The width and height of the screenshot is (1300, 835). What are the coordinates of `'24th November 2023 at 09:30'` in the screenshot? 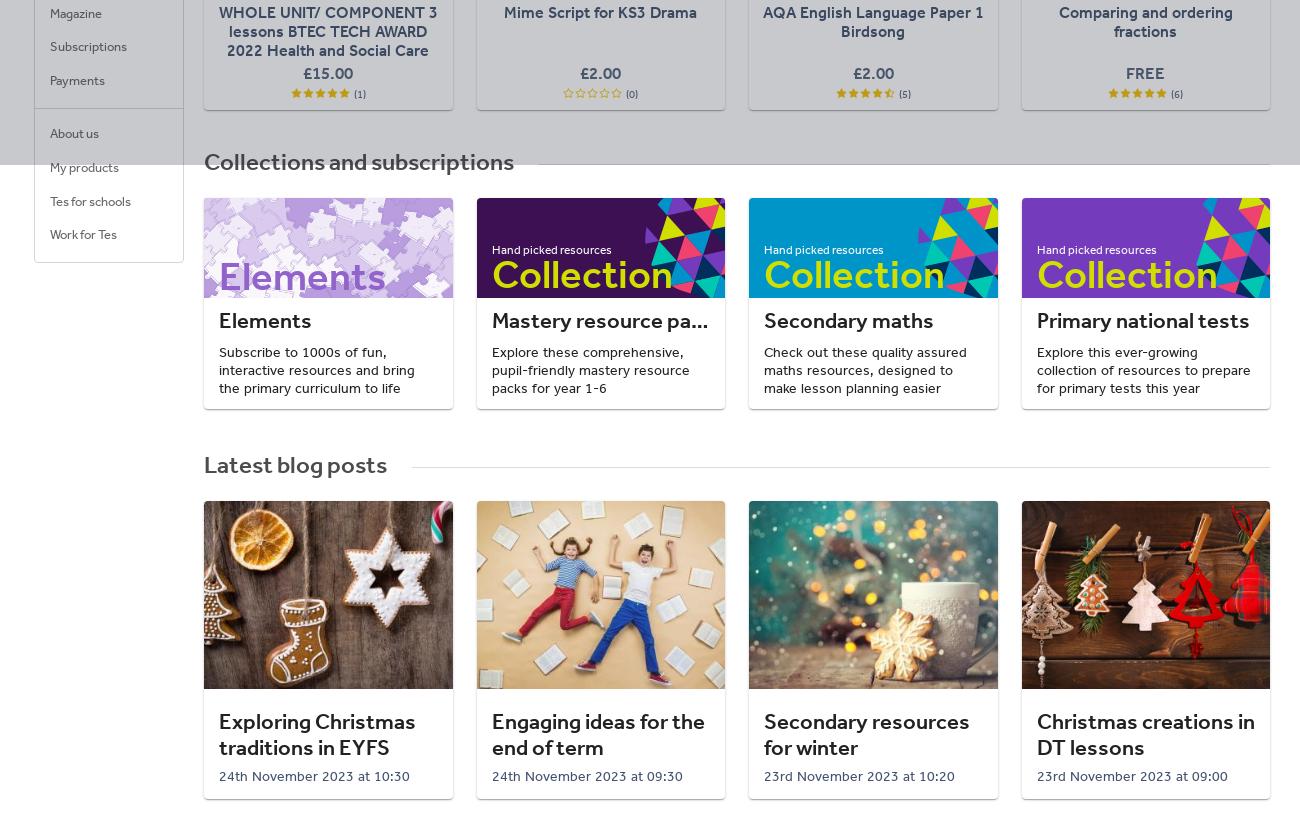 It's located at (585, 774).